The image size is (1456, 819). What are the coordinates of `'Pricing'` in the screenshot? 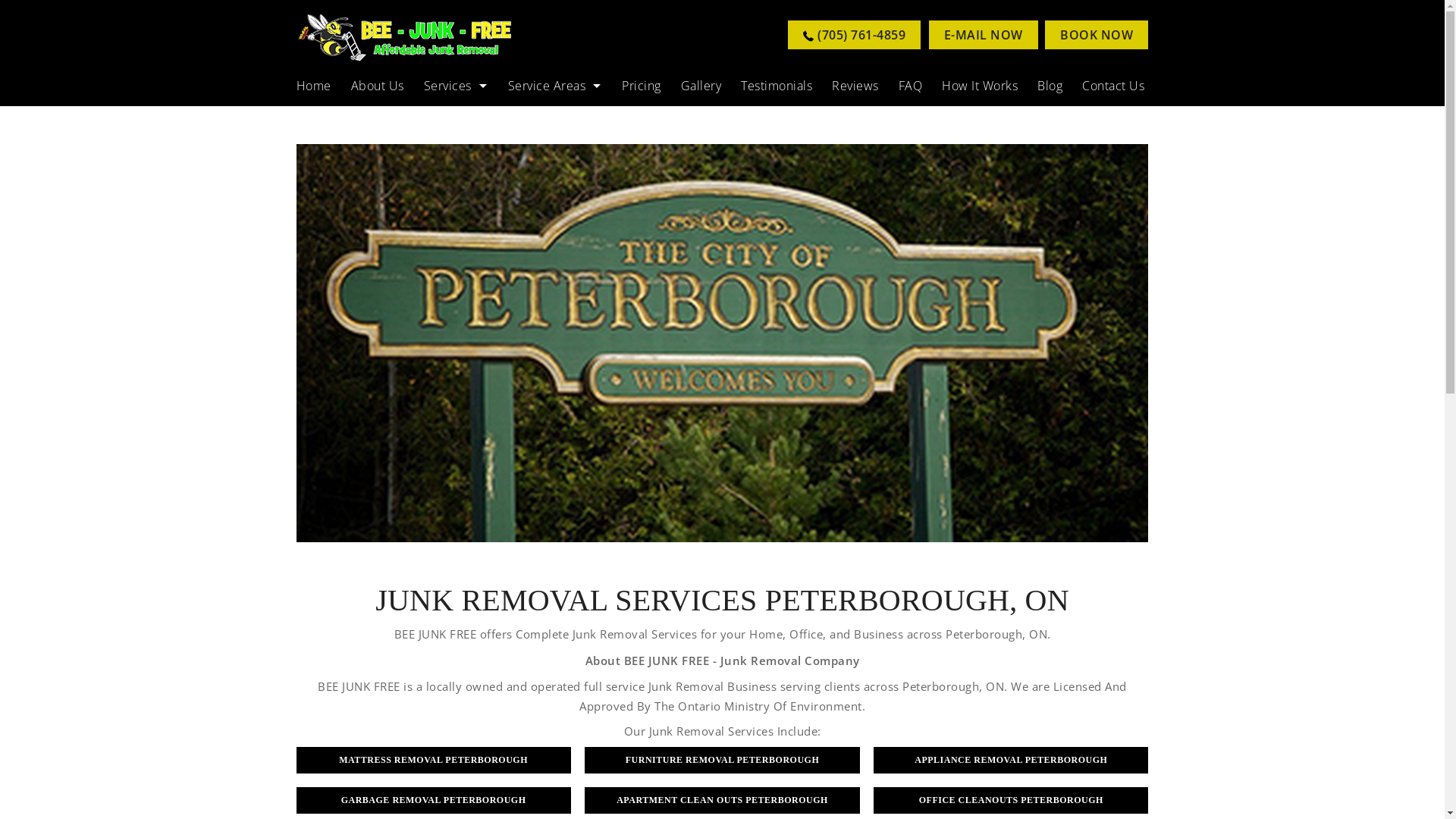 It's located at (641, 86).